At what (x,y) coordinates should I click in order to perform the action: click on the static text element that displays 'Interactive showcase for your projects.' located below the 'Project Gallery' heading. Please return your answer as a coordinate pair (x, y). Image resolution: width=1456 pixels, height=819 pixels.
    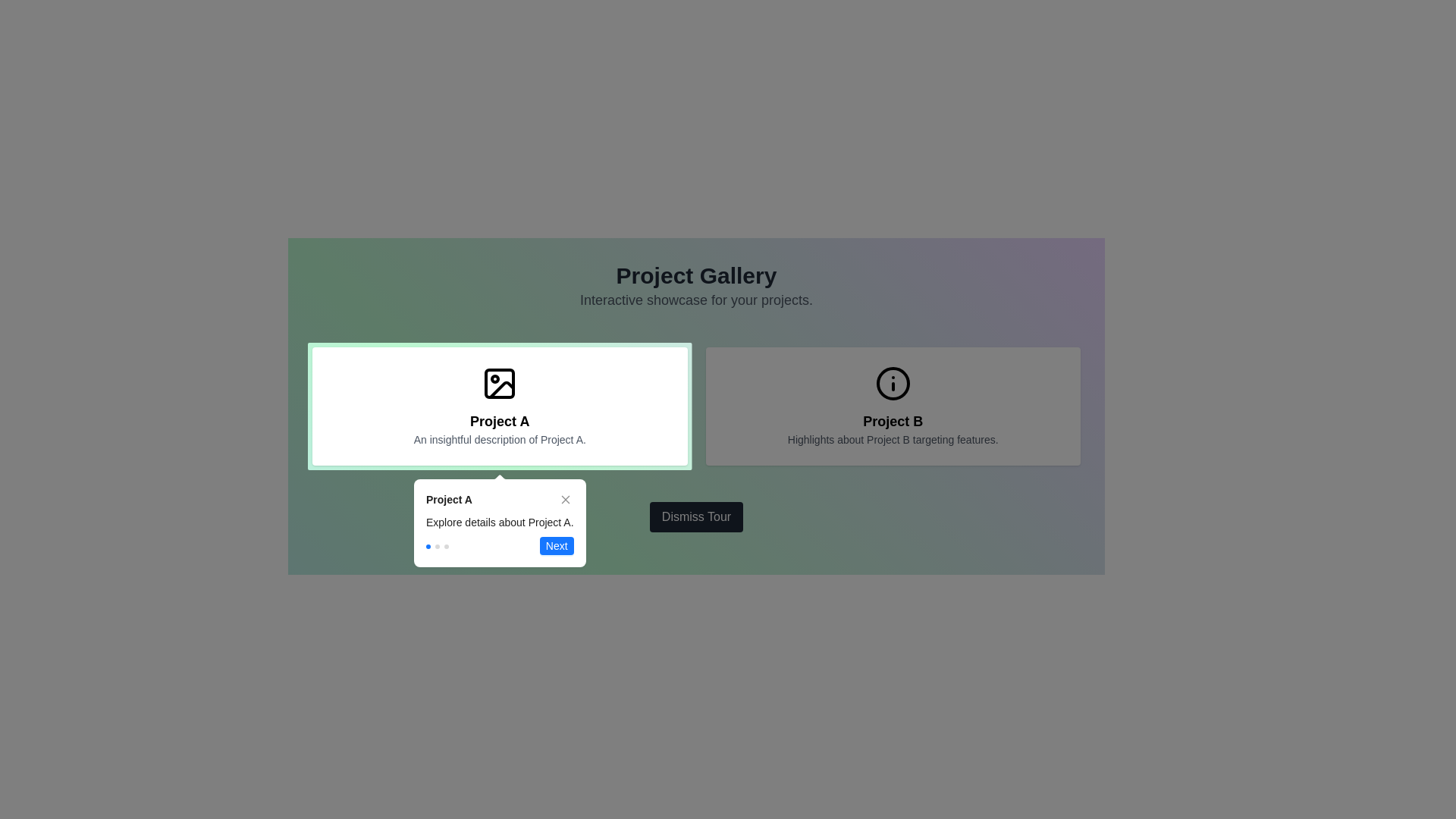
    Looking at the image, I should click on (695, 300).